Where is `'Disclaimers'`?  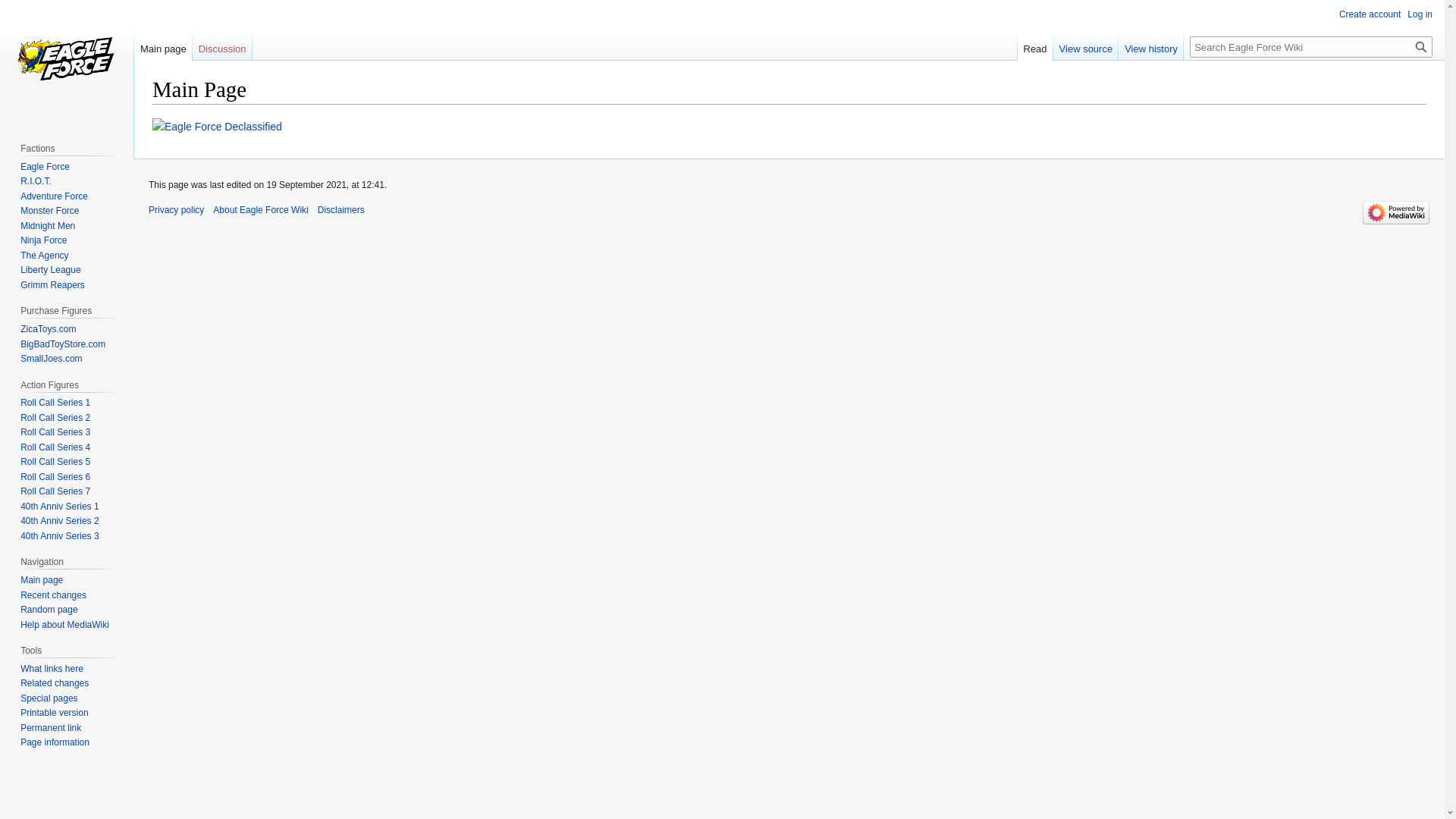
'Disclaimers' is located at coordinates (316, 210).